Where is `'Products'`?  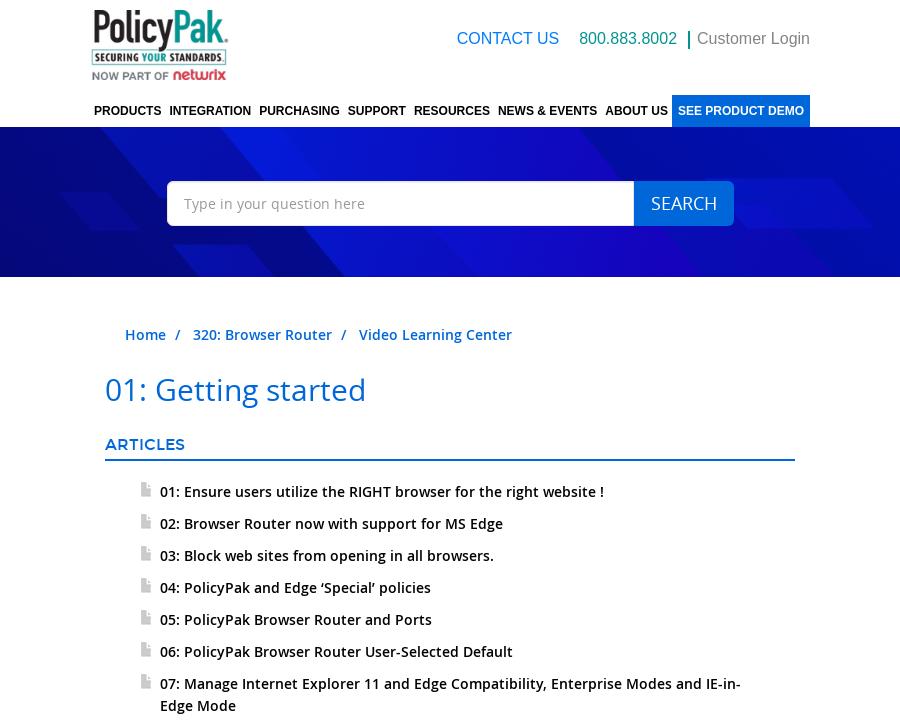
'Products' is located at coordinates (127, 111).